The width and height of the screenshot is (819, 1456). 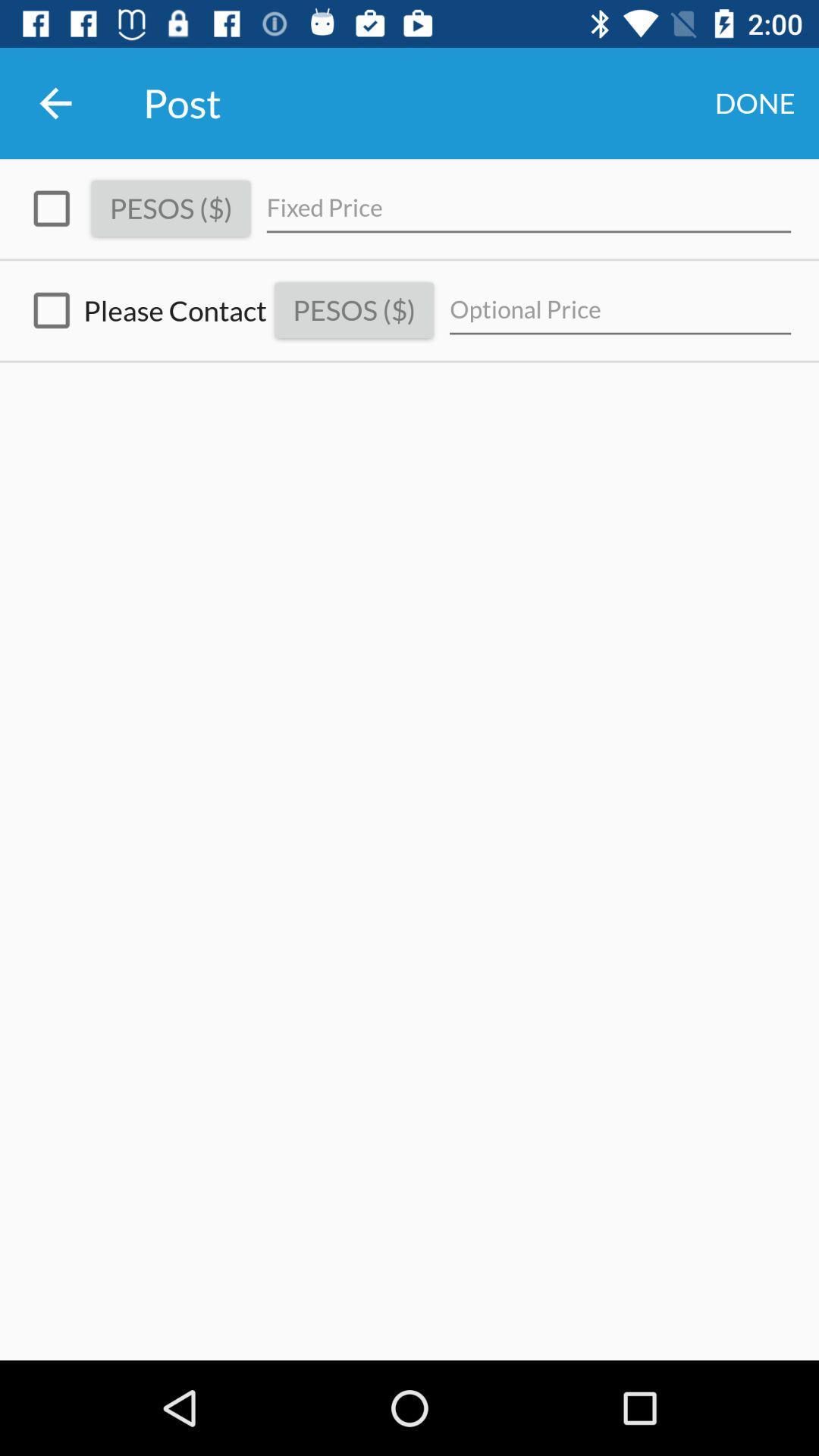 What do you see at coordinates (528, 208) in the screenshot?
I see `icon below the done` at bounding box center [528, 208].